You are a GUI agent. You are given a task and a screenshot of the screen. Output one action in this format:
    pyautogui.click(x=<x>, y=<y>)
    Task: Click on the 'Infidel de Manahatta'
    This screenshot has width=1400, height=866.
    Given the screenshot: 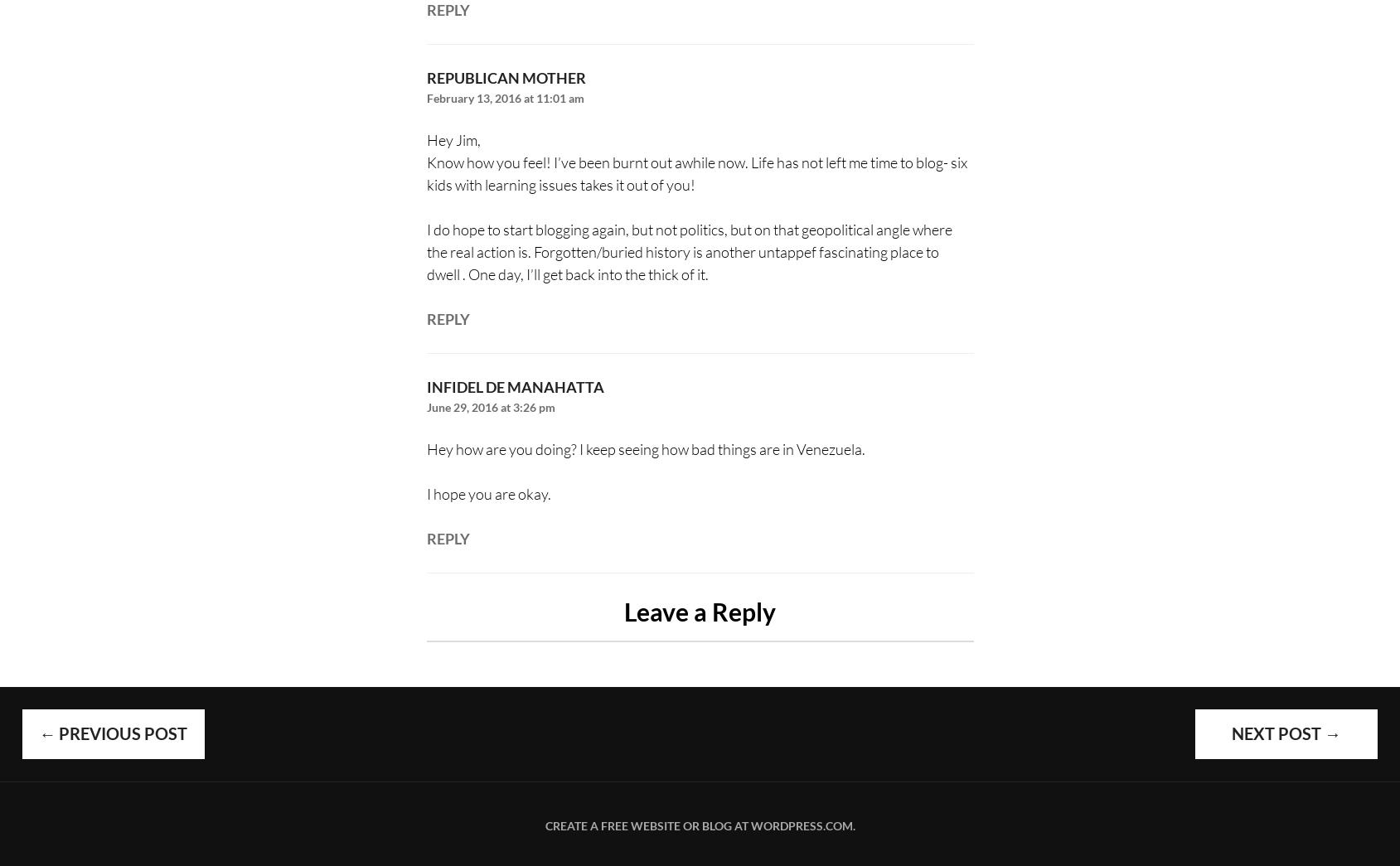 What is the action you would take?
    pyautogui.click(x=514, y=386)
    